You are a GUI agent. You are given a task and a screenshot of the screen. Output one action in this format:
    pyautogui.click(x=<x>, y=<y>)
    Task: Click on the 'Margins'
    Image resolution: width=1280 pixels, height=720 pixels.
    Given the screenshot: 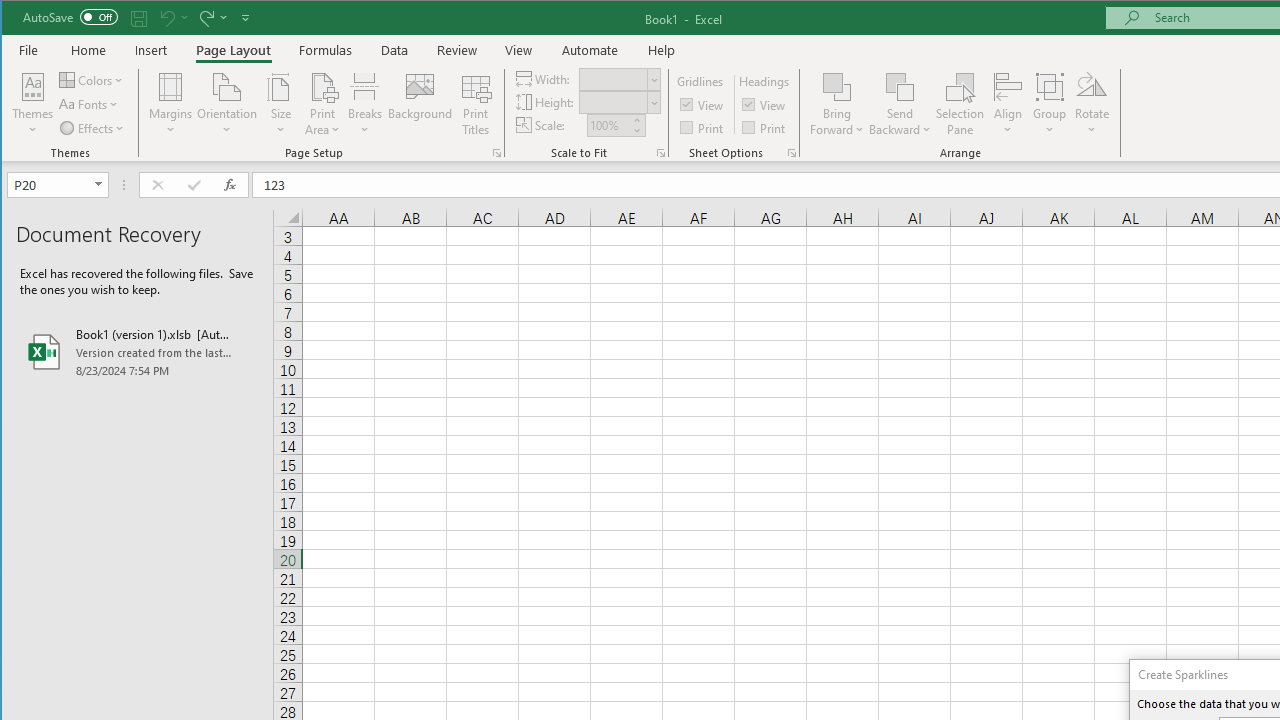 What is the action you would take?
    pyautogui.click(x=170, y=104)
    